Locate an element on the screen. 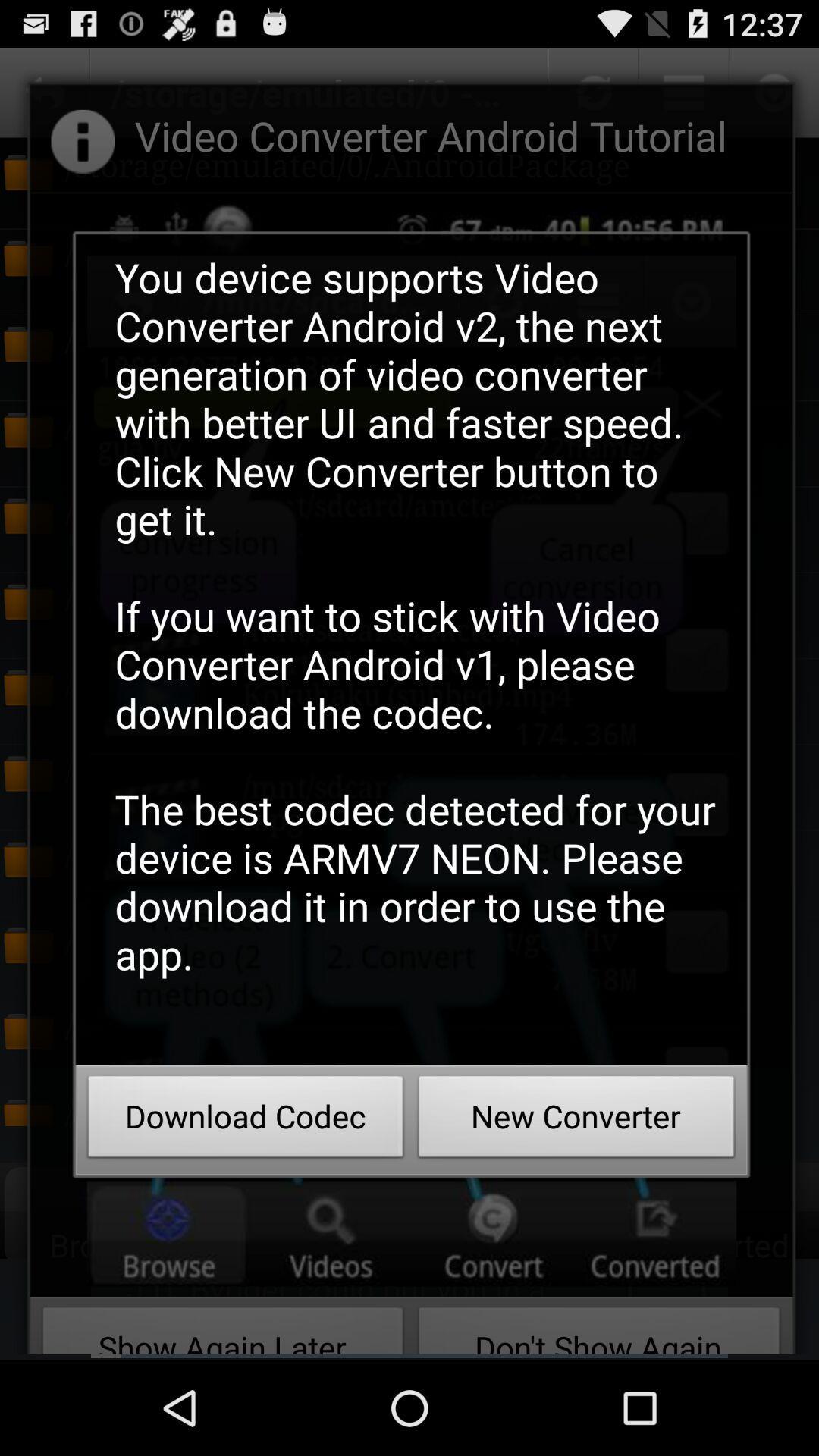 This screenshot has height=1456, width=819. download codec at the bottom left corner is located at coordinates (245, 1121).